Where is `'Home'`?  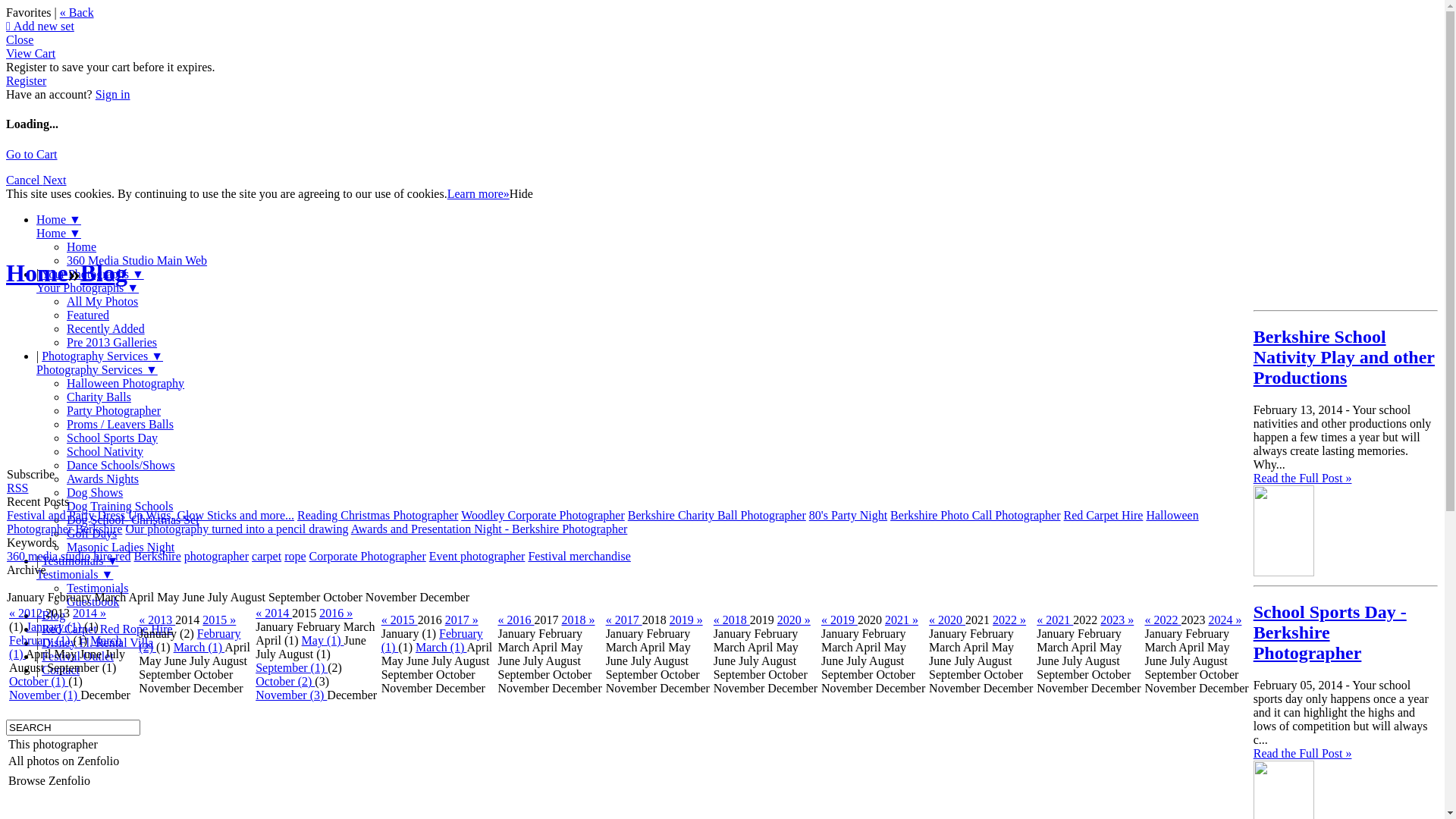
'Home' is located at coordinates (6, 271).